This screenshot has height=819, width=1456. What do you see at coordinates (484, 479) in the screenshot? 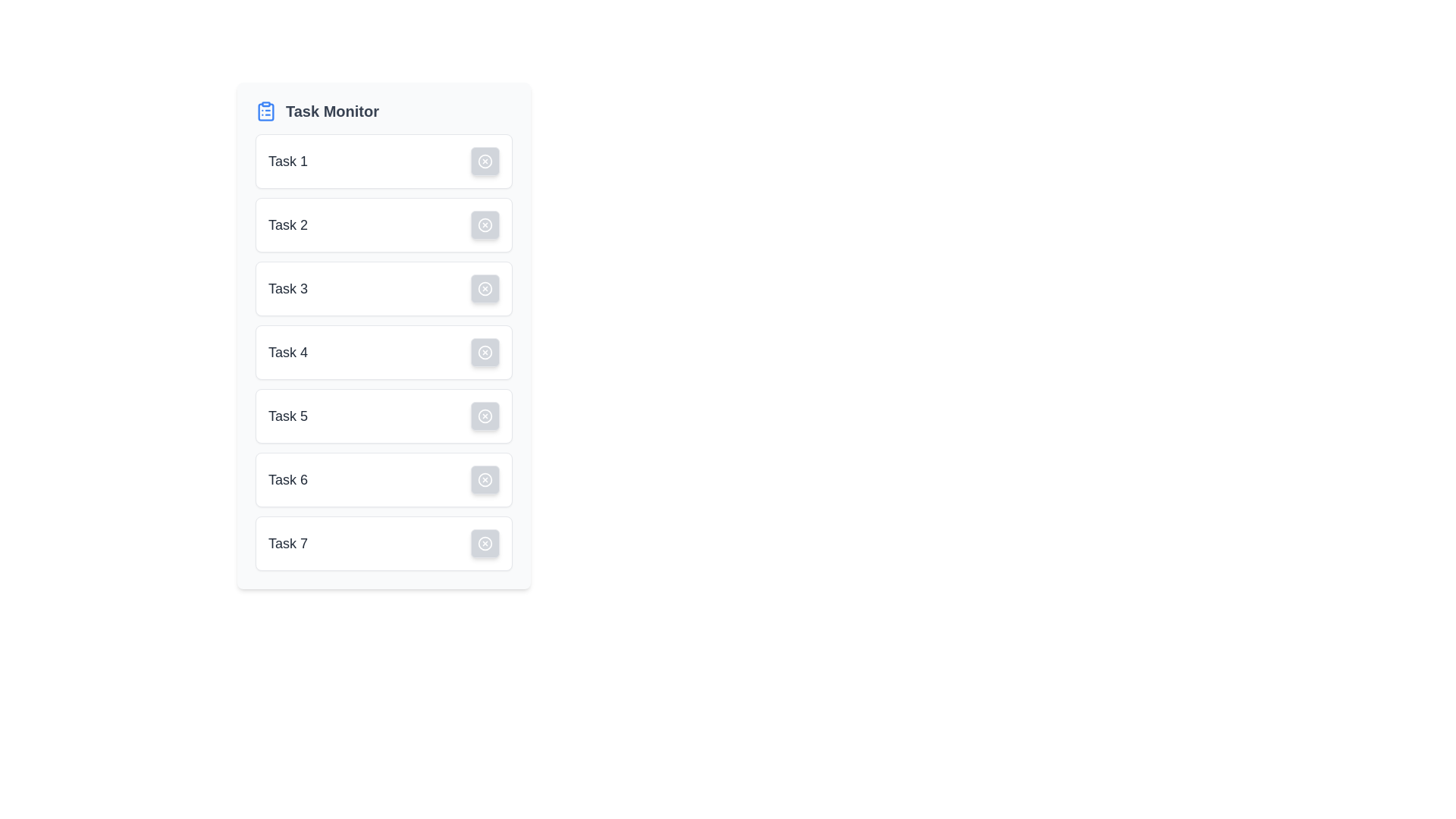
I see `the centered icon` at bounding box center [484, 479].